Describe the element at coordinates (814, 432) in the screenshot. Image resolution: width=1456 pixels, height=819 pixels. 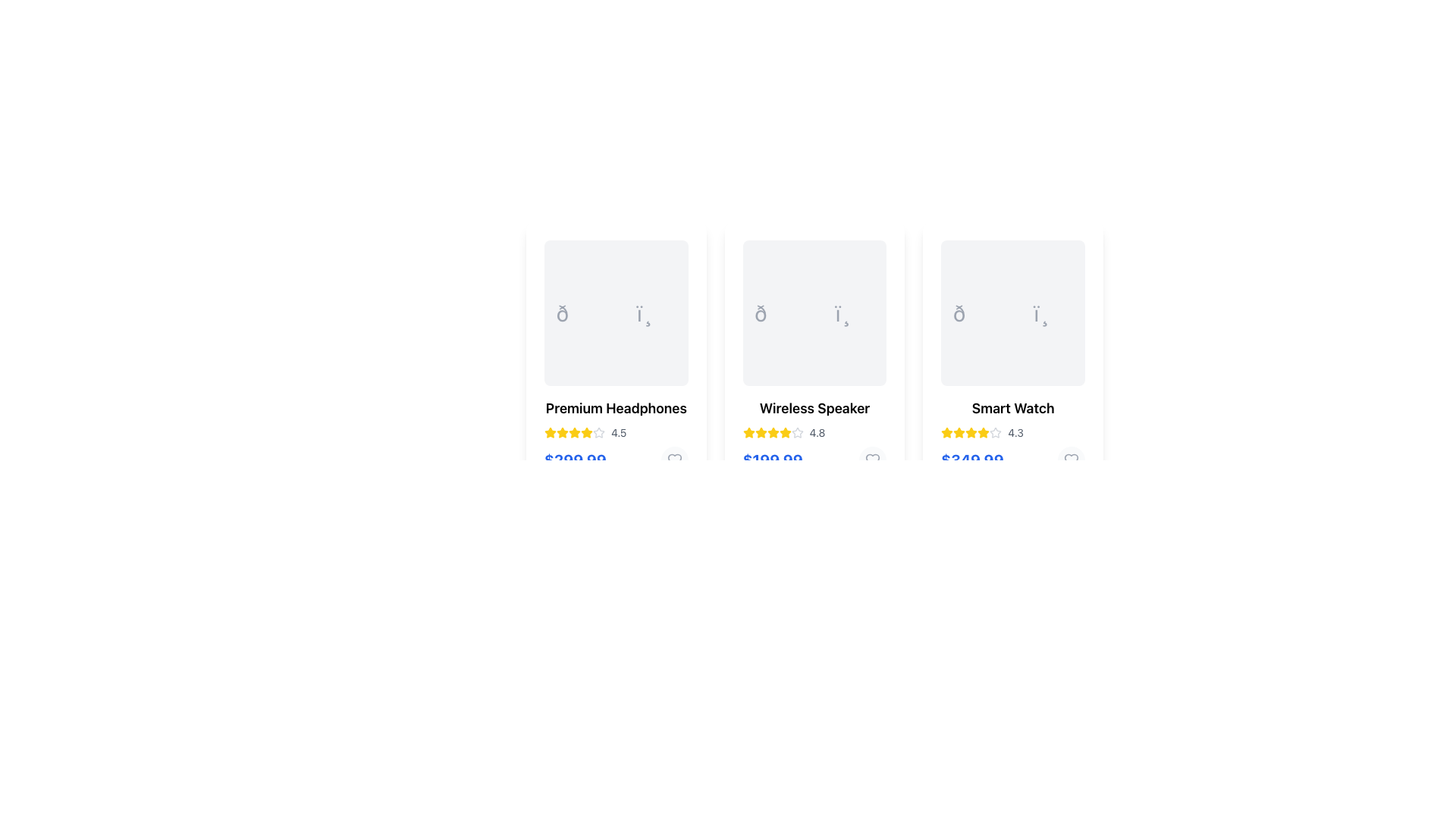
I see `the Rating display for the 'Wireless Speaker' which shows a yellow star rating and a numerical value of '4.8'` at that location.